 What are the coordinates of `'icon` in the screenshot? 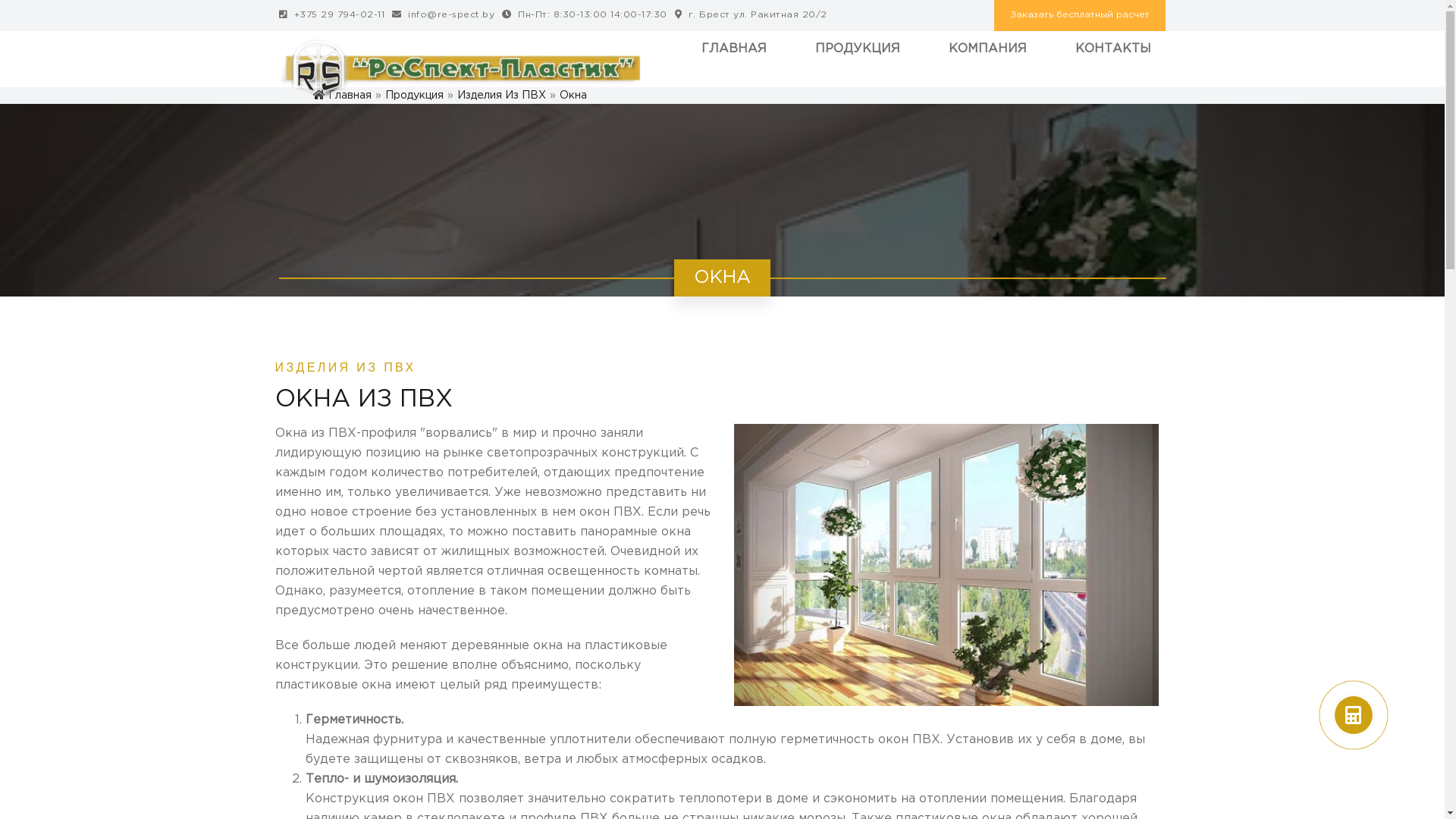 It's located at (442, 14).